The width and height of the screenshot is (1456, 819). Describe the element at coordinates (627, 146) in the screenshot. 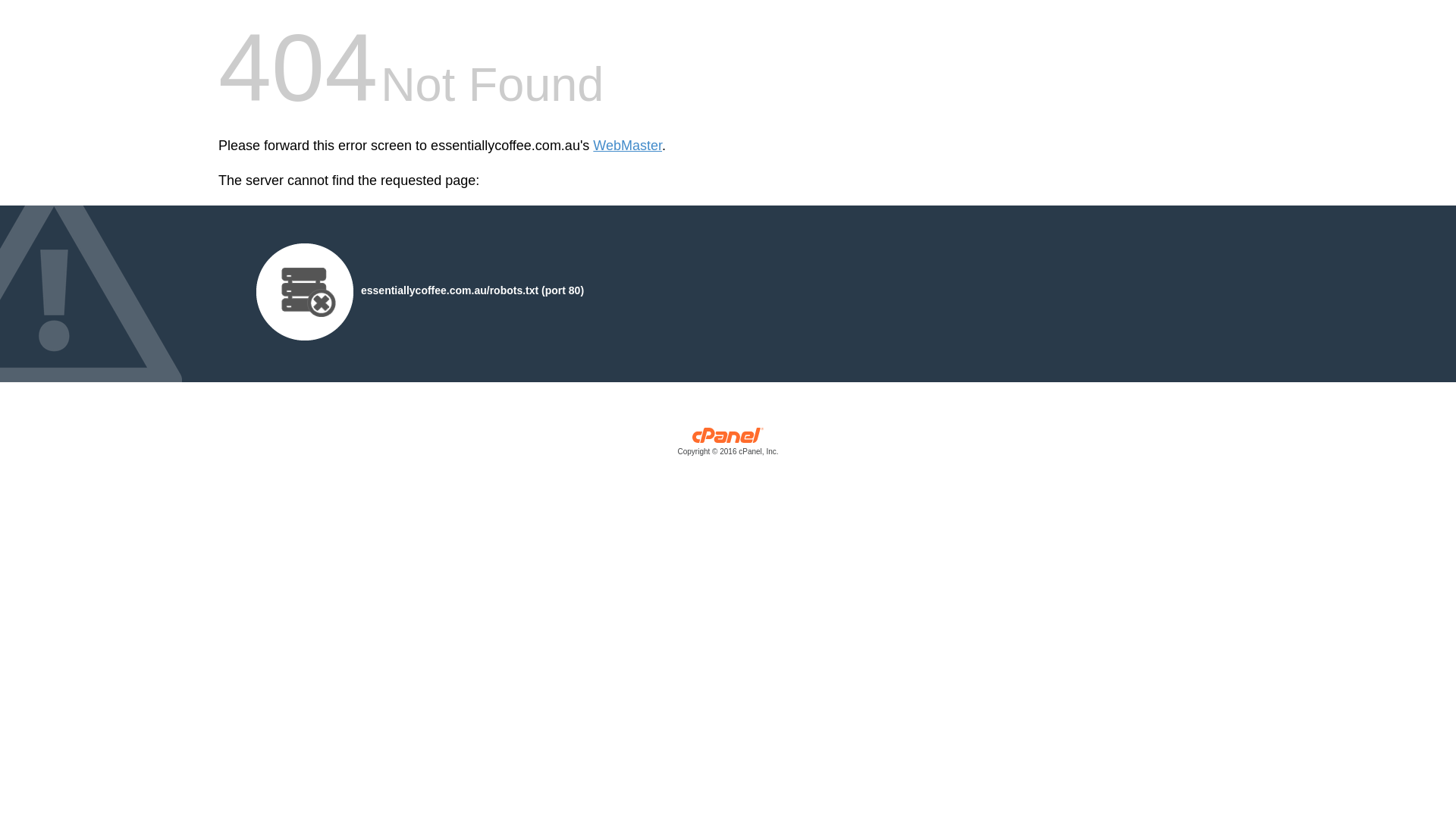

I see `'WebMaster'` at that location.